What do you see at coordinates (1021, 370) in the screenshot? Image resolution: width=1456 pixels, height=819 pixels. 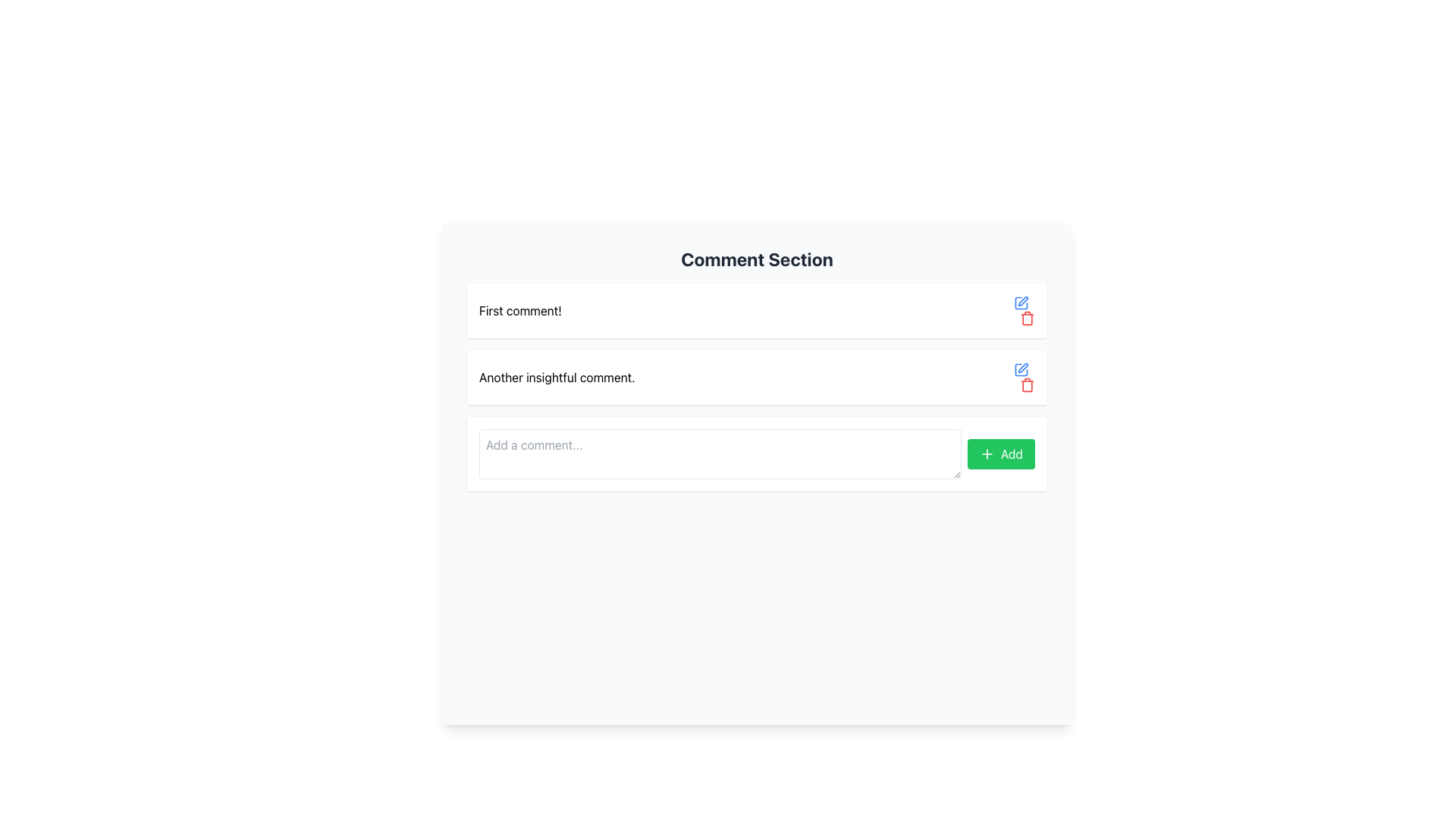 I see `the 'Edit' button (pen icon) located first from the left in the group of icons associated with the second displayed comment` at bounding box center [1021, 370].